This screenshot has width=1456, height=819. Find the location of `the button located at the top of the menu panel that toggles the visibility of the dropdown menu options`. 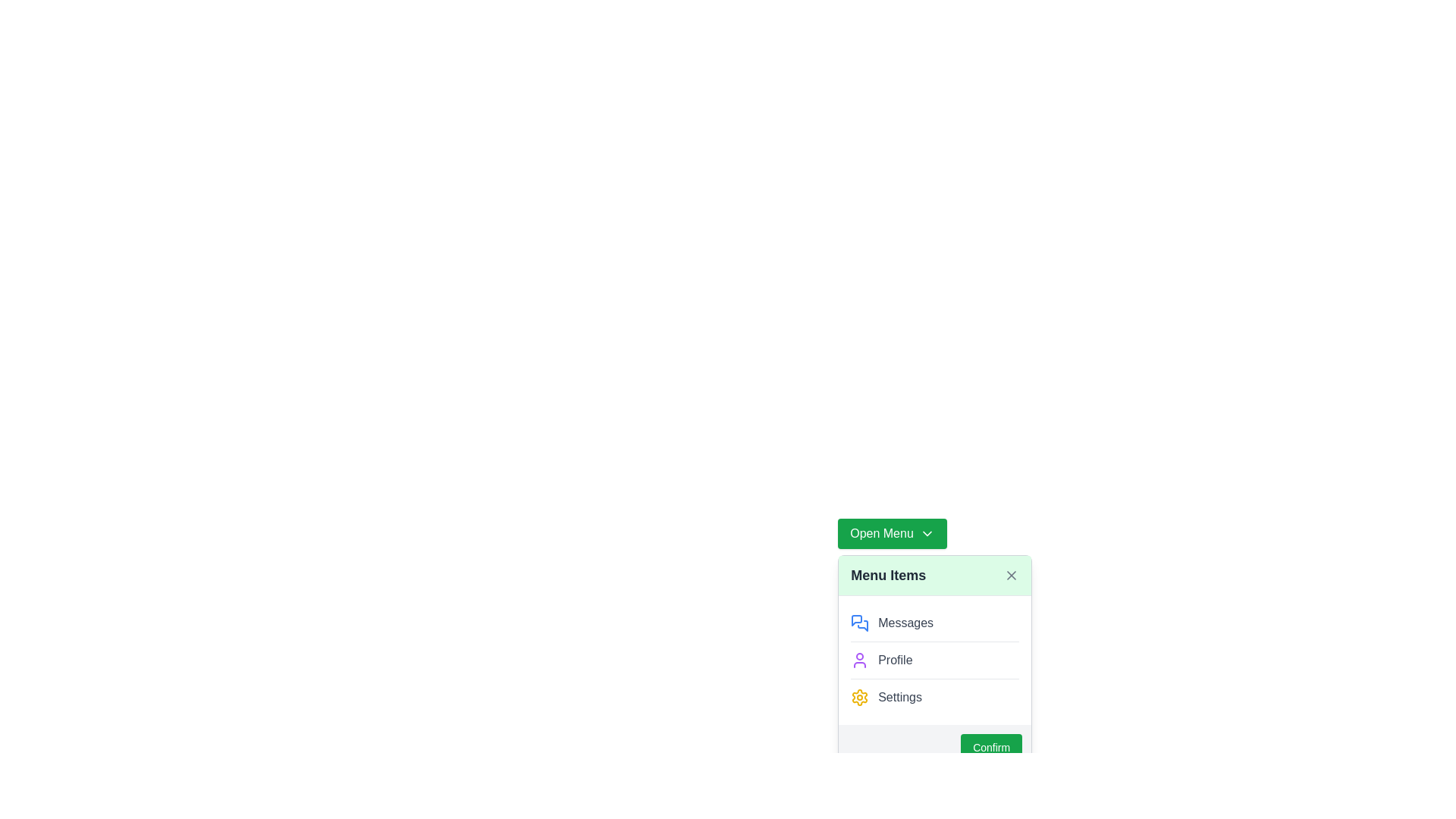

the button located at the top of the menu panel that toggles the visibility of the dropdown menu options is located at coordinates (892, 533).